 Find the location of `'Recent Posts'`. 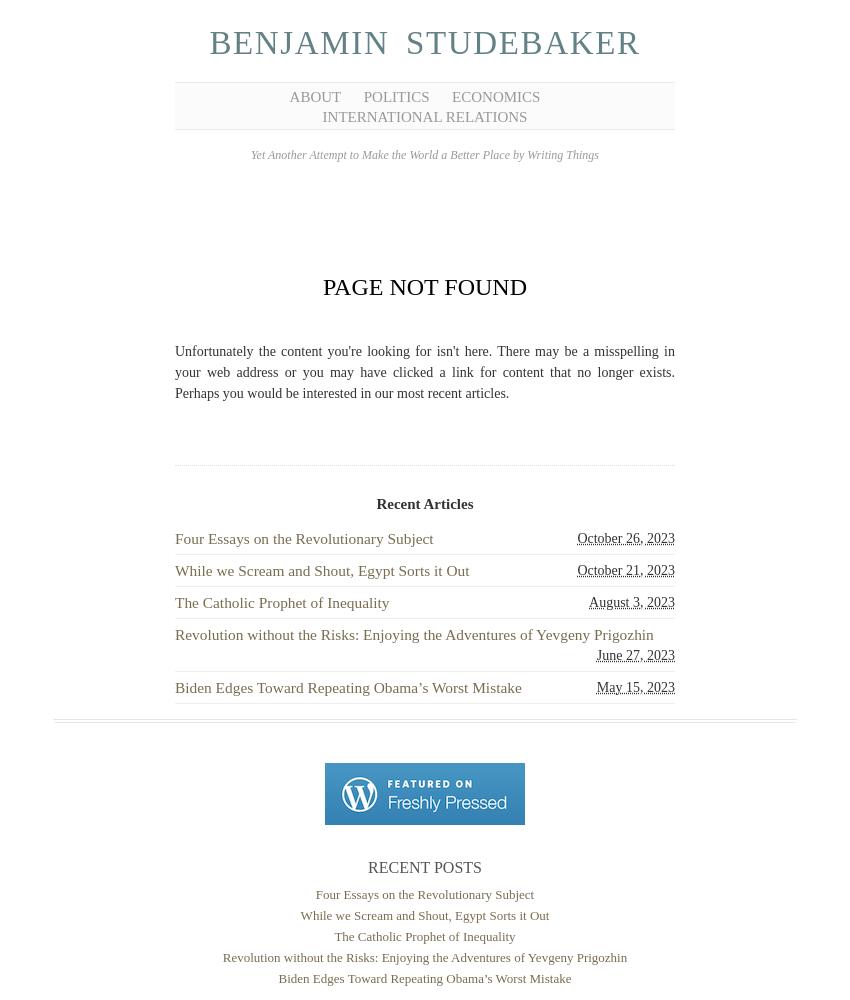

'Recent Posts' is located at coordinates (366, 865).